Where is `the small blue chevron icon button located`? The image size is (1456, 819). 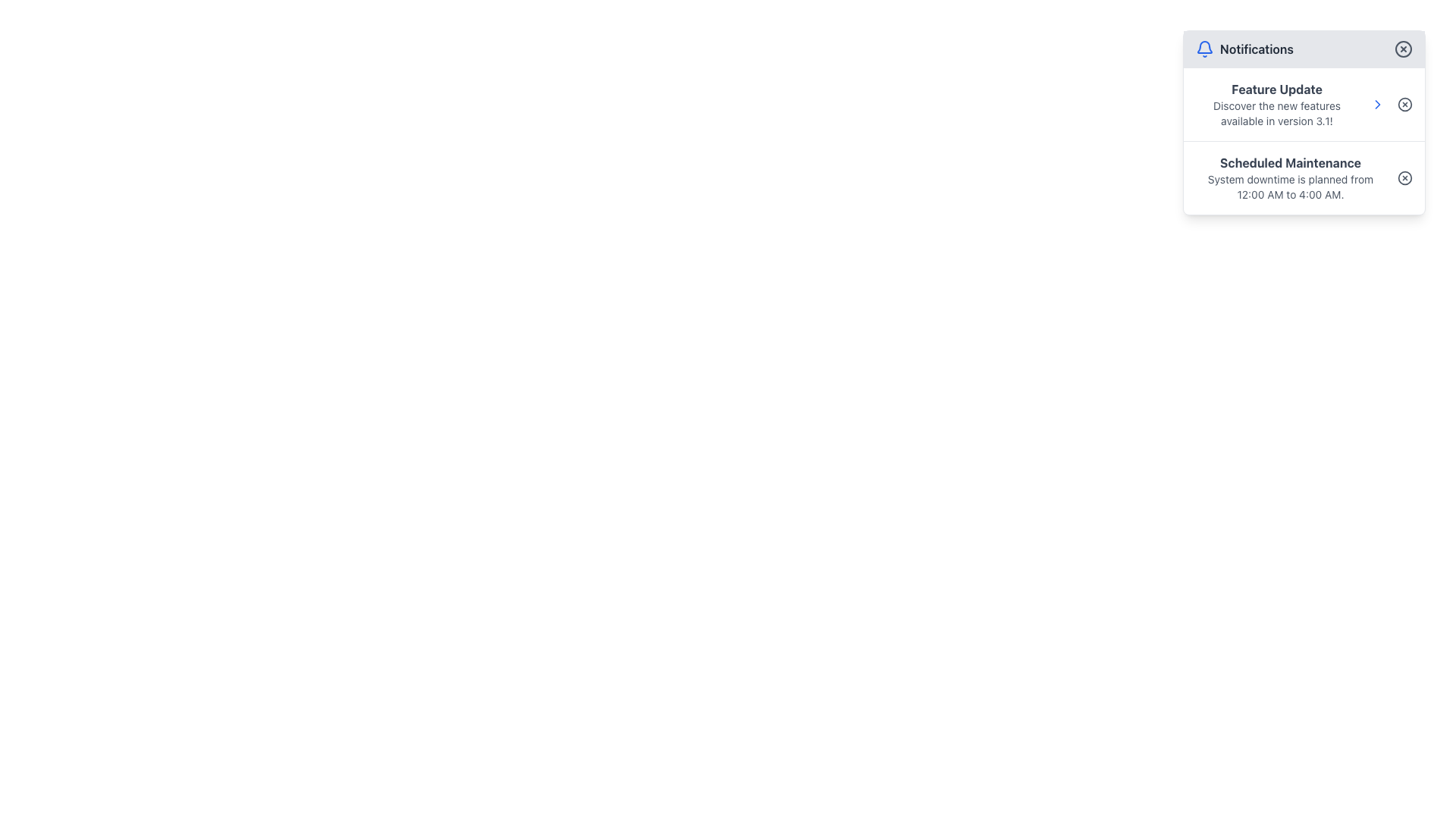 the small blue chevron icon button located is located at coordinates (1378, 104).